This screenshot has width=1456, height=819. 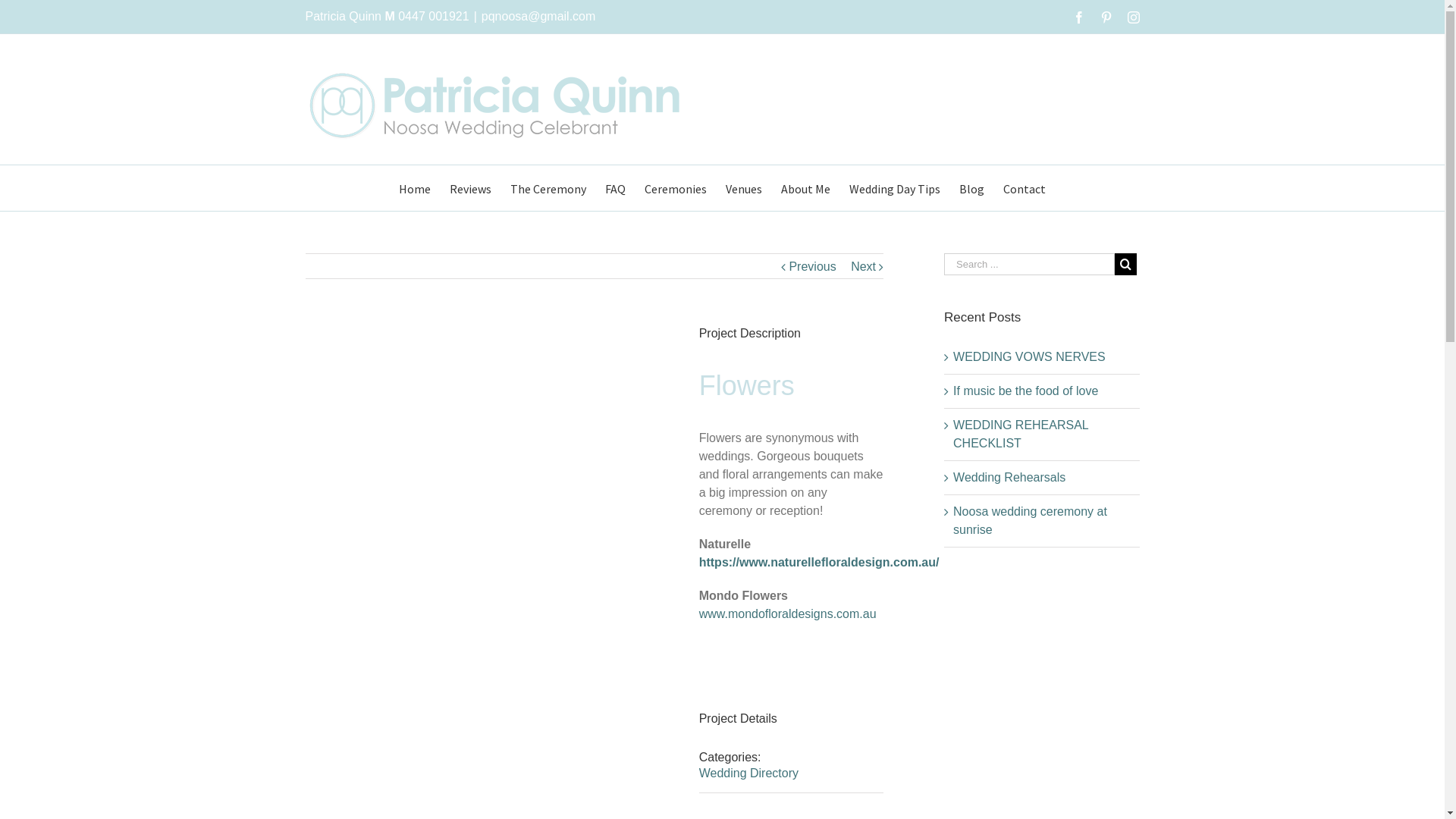 What do you see at coordinates (787, 613) in the screenshot?
I see `'www.mondofloraldesigns.com.au'` at bounding box center [787, 613].